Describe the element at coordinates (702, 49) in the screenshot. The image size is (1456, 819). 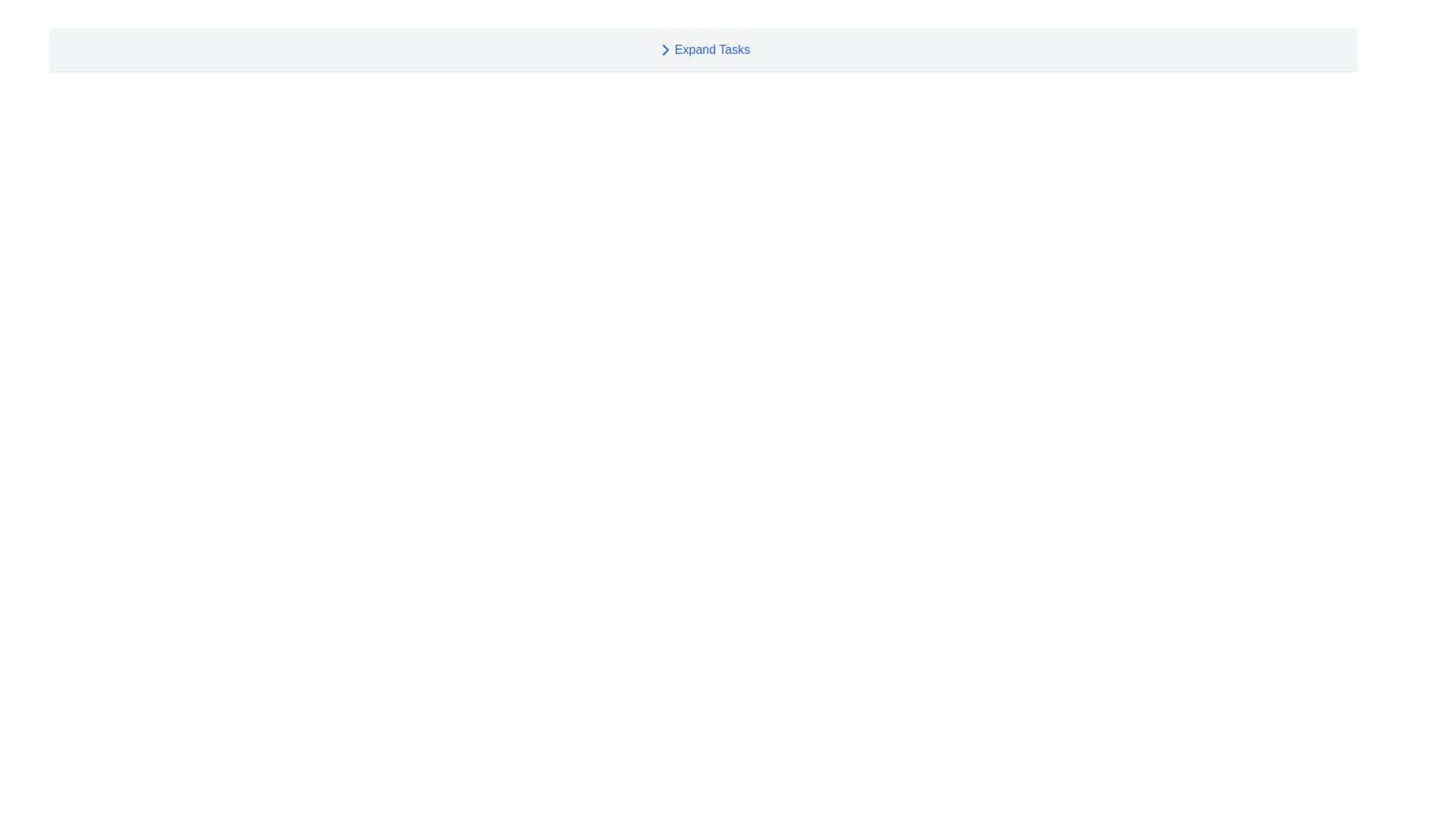
I see `the 'Expand Tasks' button-like interactive label with blue text and right arrow icon` at that location.